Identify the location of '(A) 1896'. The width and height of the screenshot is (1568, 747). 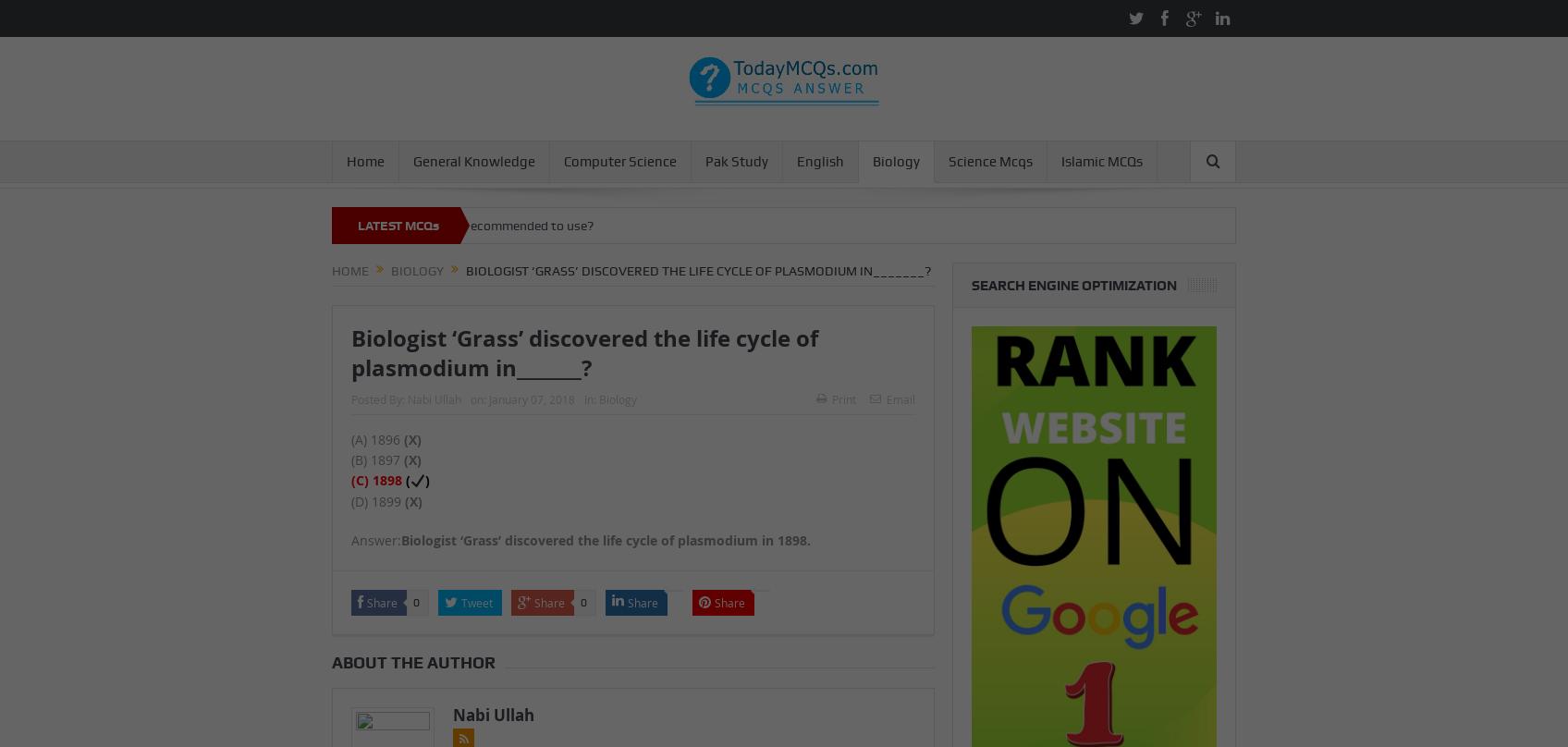
(376, 438).